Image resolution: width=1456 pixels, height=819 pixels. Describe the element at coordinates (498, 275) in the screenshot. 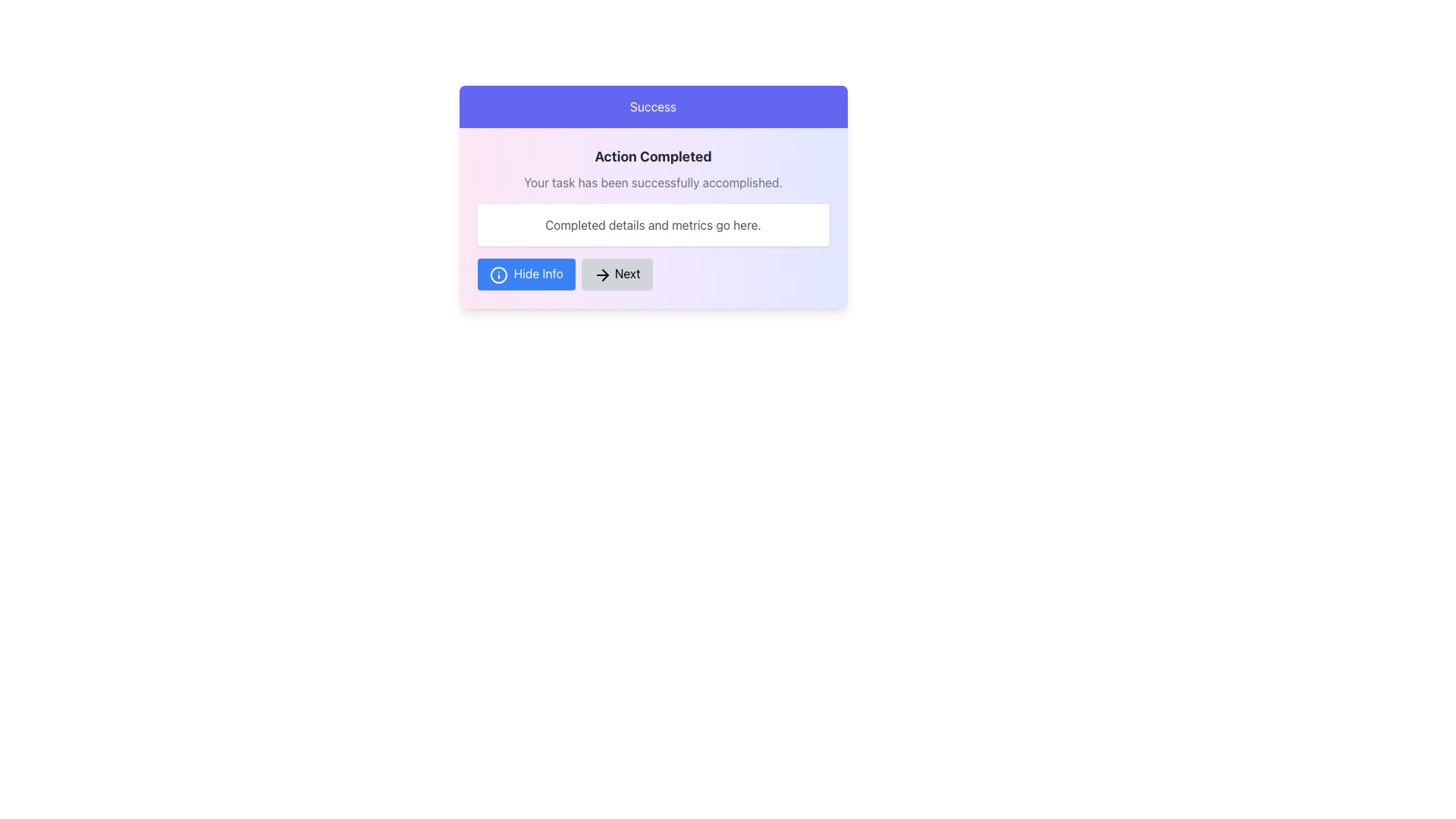

I see `the circular icon inside the 'Hide Info' button` at that location.